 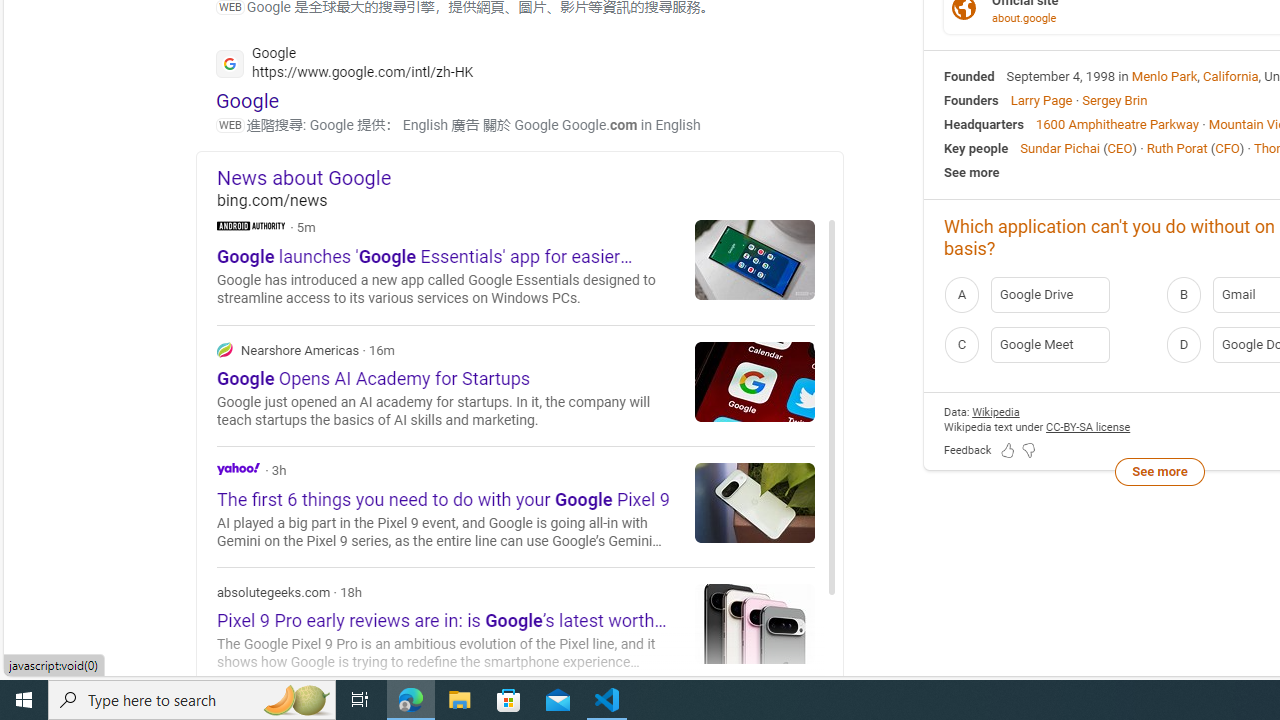 I want to click on 'Yahoo', so click(x=238, y=468).